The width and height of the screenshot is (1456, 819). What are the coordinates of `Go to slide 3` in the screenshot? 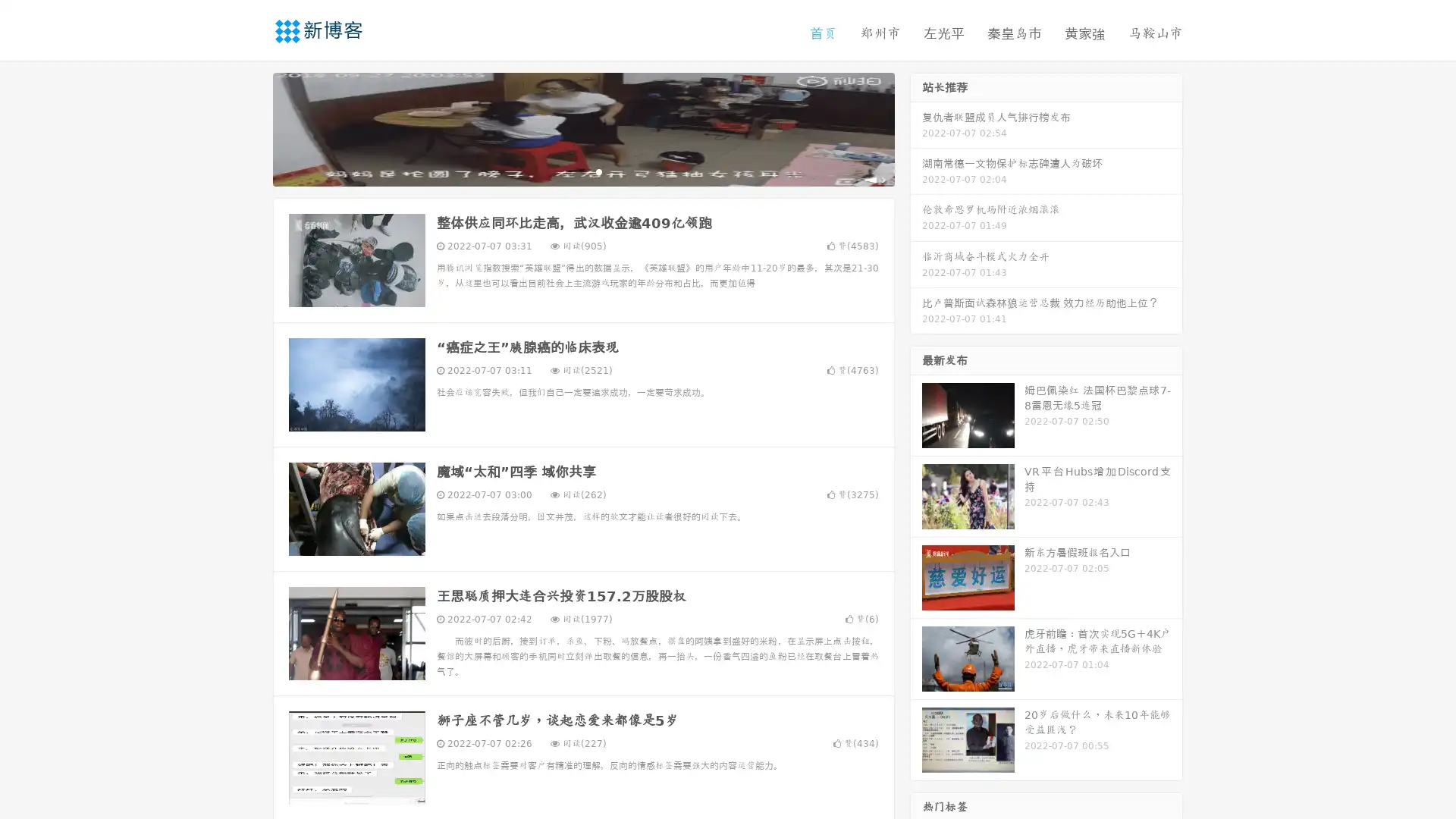 It's located at (598, 171).